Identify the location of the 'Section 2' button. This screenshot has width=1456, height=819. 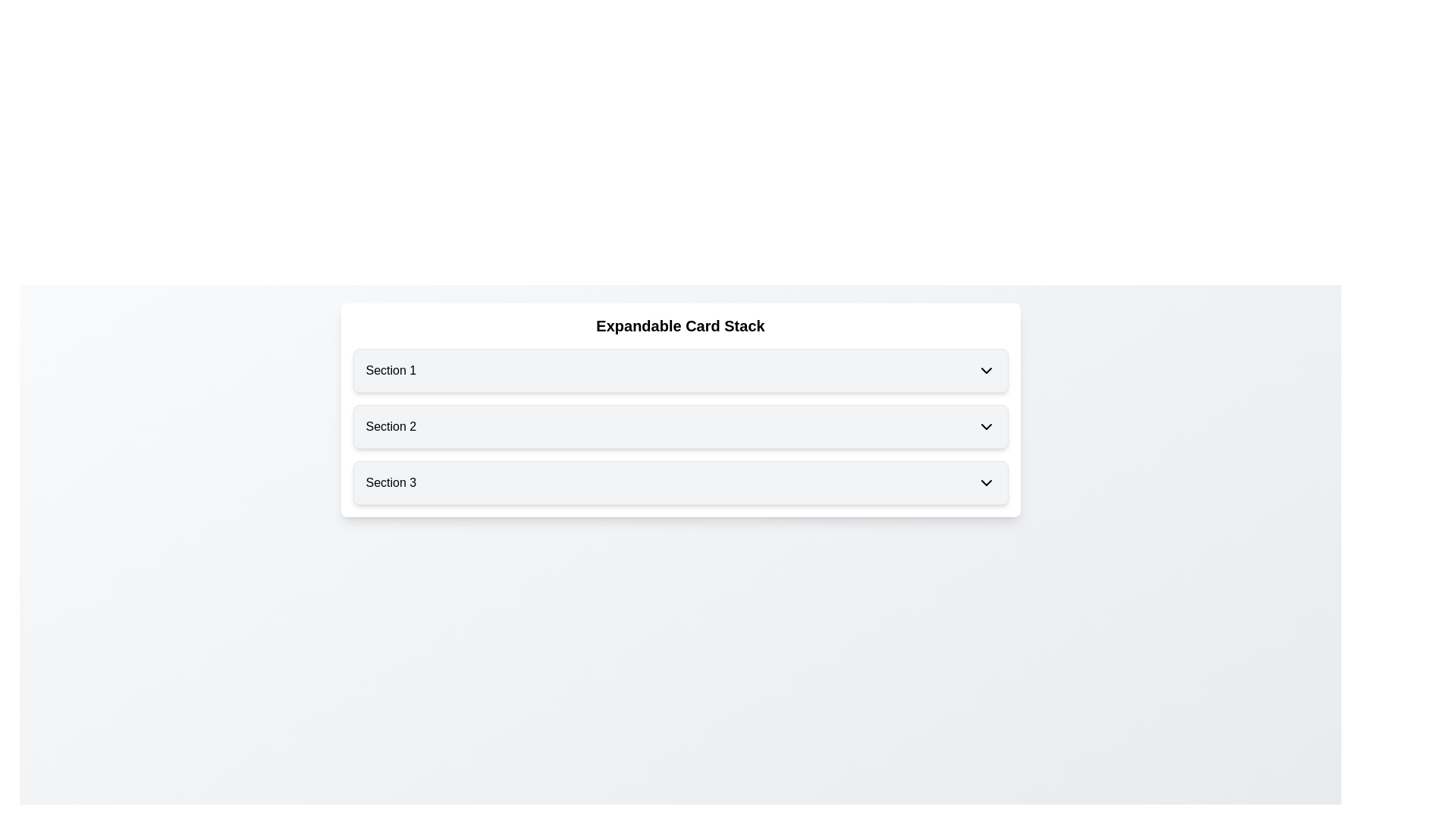
(679, 427).